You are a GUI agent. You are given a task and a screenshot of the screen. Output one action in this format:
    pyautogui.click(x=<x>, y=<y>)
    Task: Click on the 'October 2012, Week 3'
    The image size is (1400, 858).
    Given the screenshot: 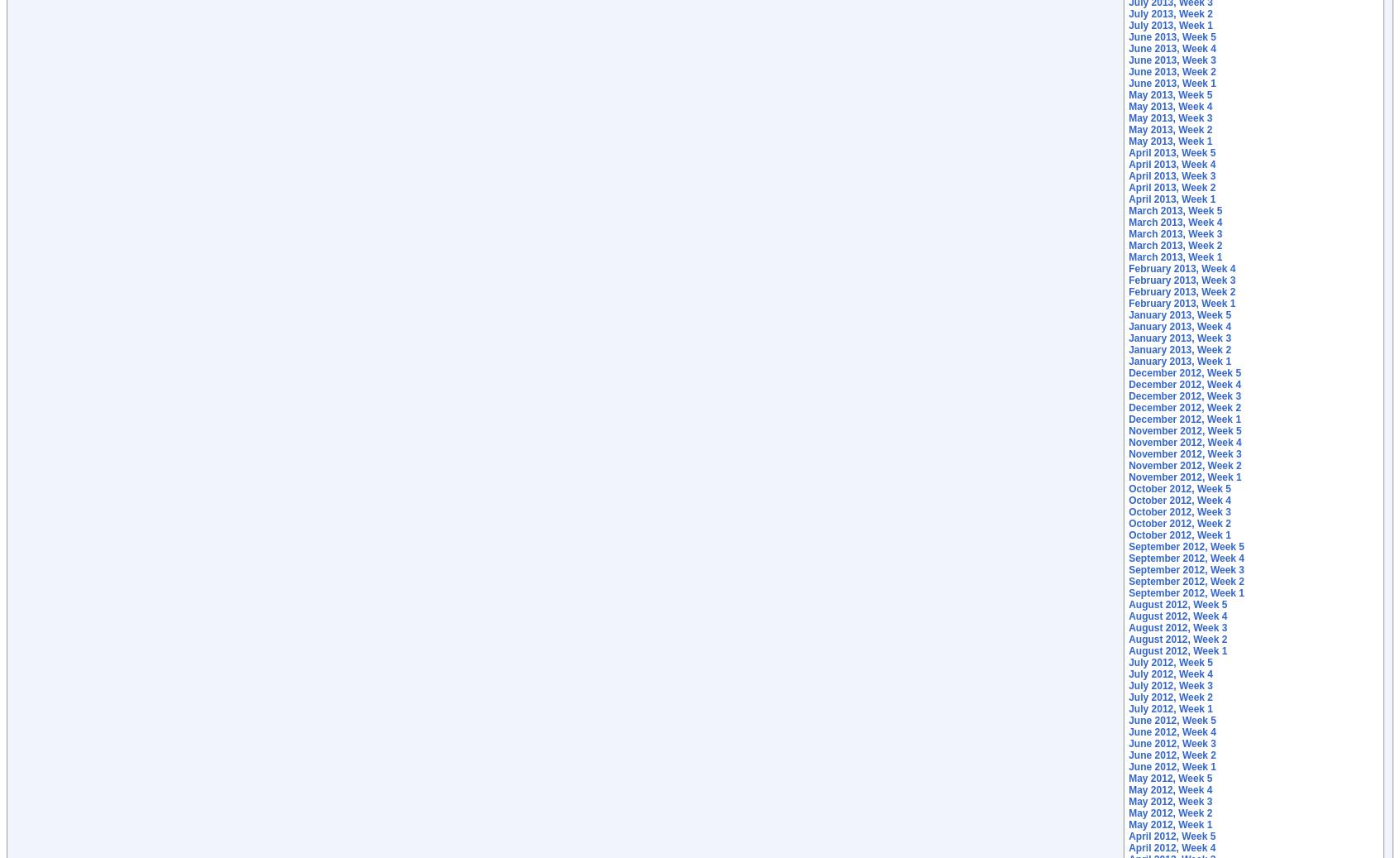 What is the action you would take?
    pyautogui.click(x=1128, y=511)
    